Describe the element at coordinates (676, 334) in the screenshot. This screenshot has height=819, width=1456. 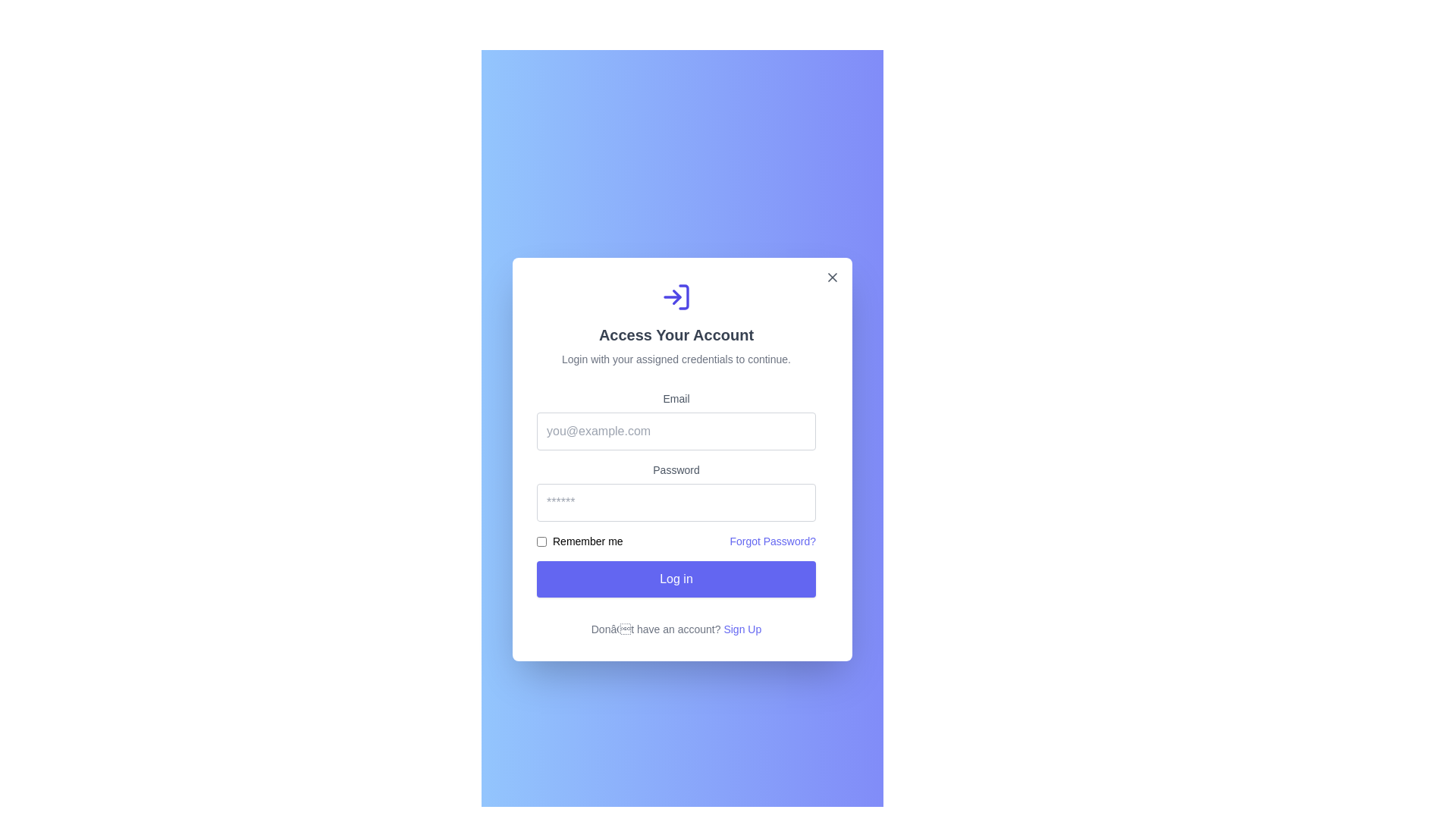
I see `the text label stating 'Access Your Account', which is centrally aligned and styled with a larger font size in dark gray` at that location.